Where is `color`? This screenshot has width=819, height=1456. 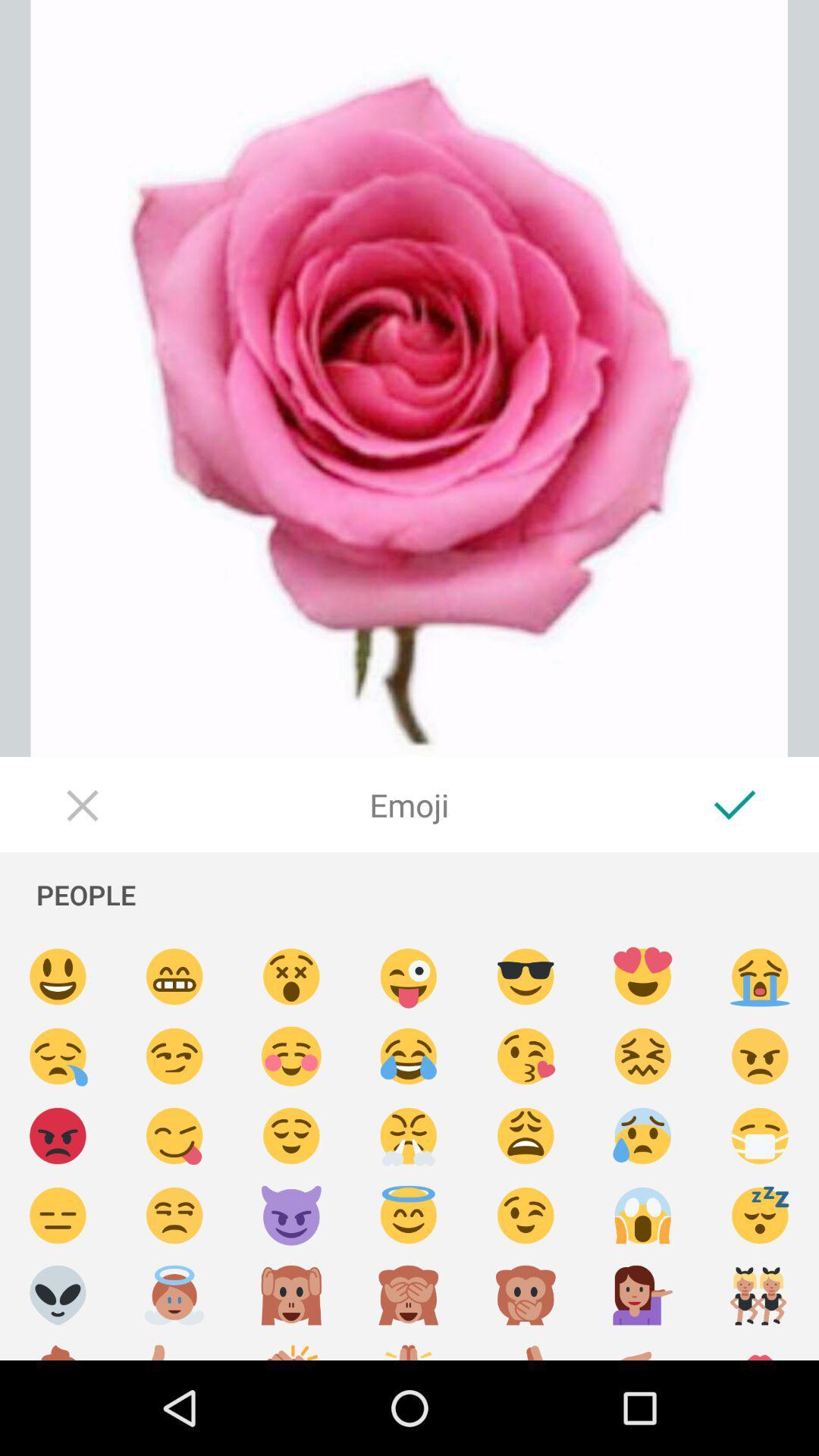 color is located at coordinates (643, 1294).